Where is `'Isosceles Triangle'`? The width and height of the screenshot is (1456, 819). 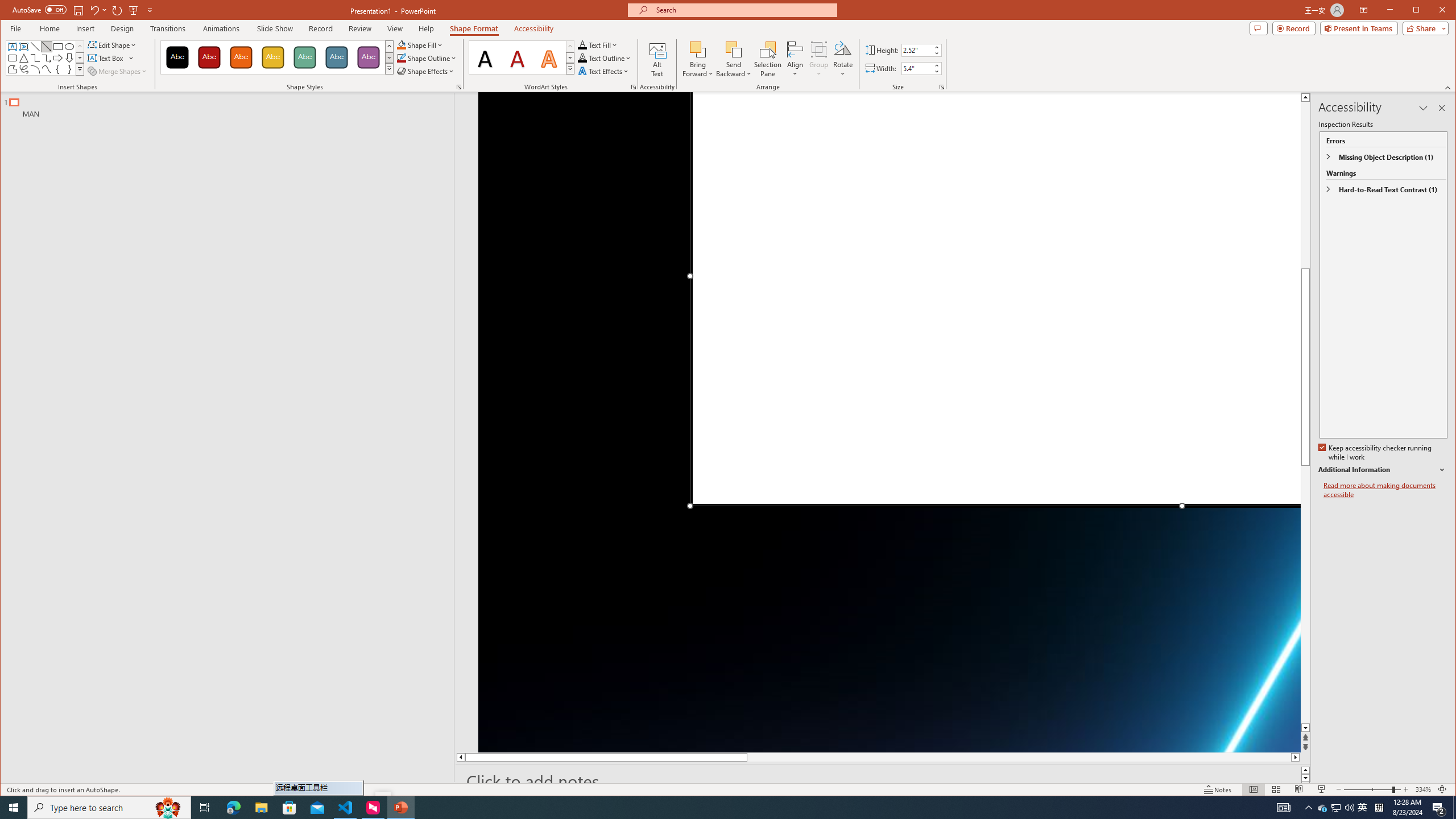 'Isosceles Triangle' is located at coordinates (23, 58).